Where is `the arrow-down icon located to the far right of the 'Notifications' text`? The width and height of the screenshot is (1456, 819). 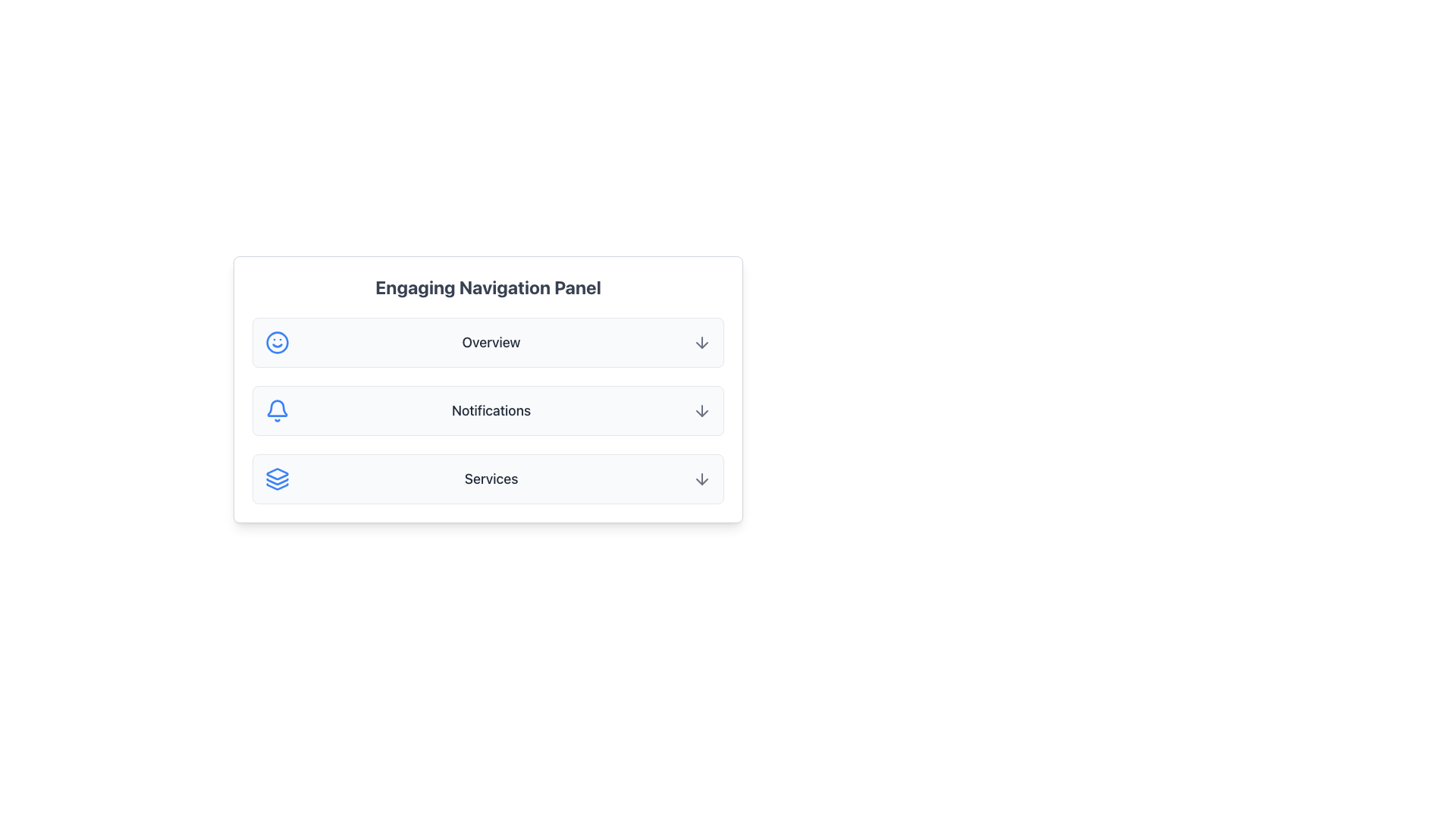 the arrow-down icon located to the far right of the 'Notifications' text is located at coordinates (701, 411).